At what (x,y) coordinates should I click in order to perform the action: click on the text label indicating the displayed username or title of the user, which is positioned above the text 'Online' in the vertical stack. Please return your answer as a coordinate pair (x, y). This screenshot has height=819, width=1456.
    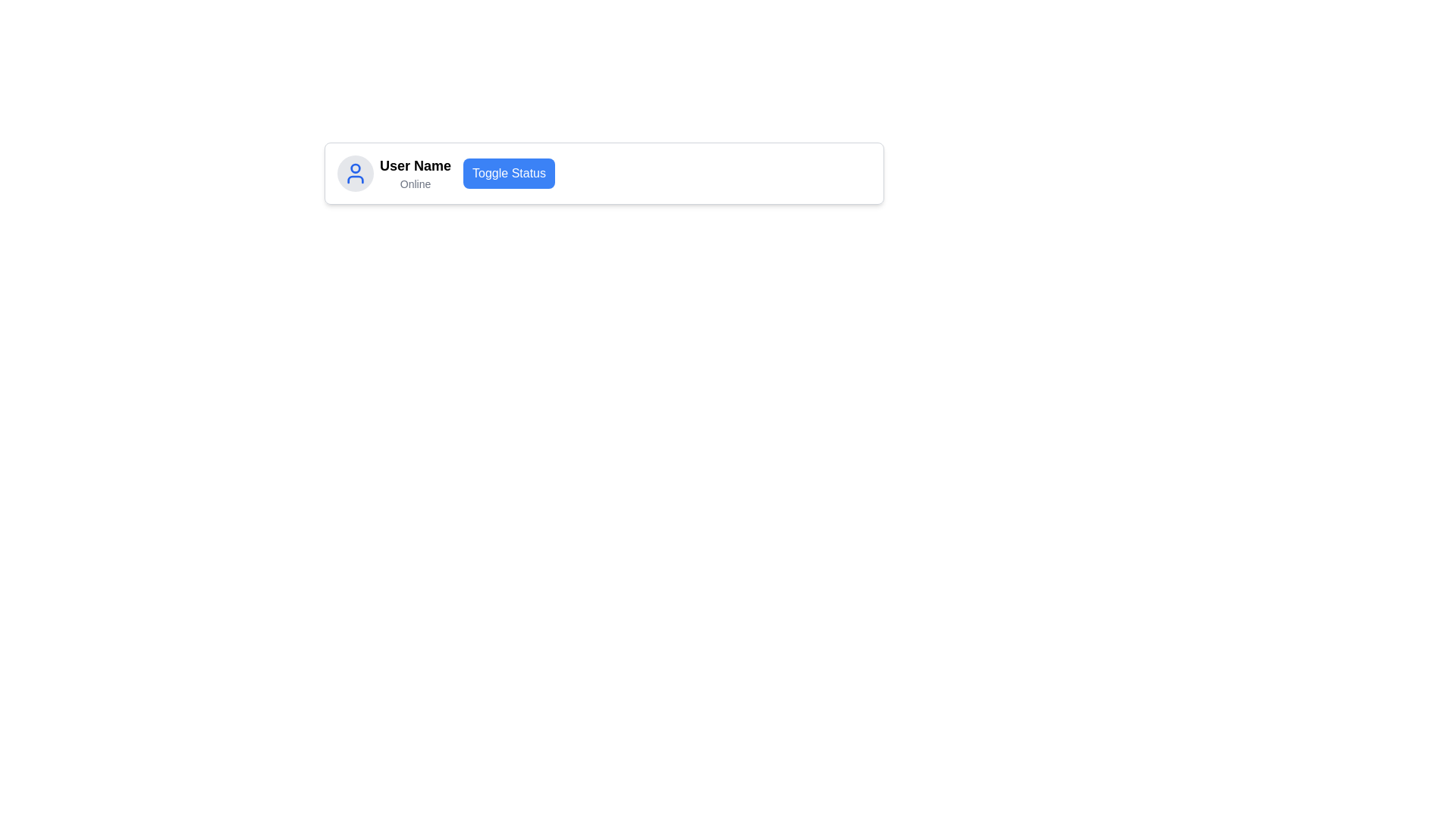
    Looking at the image, I should click on (415, 166).